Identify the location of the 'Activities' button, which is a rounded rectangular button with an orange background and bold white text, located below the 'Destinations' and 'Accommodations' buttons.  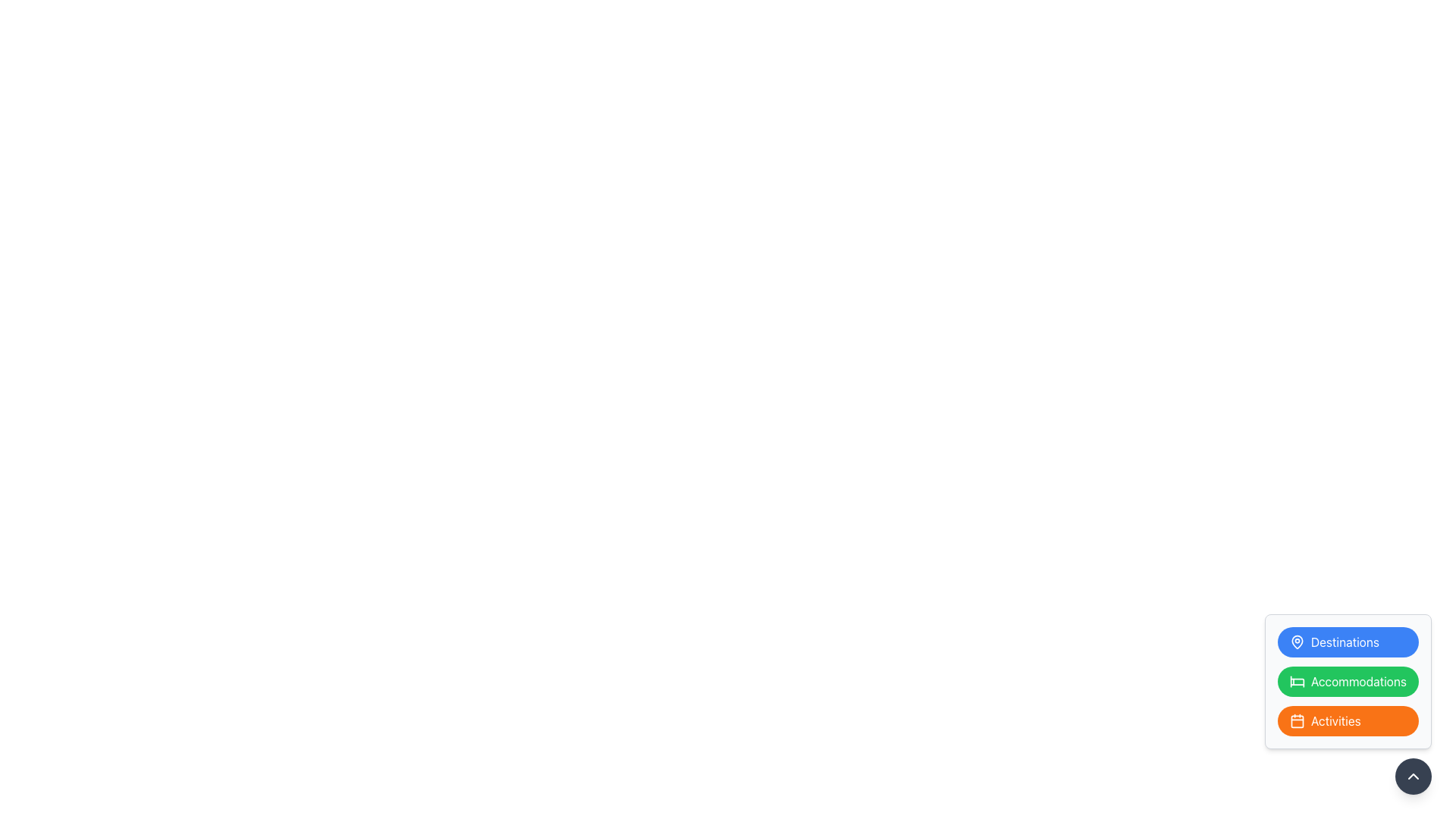
(1348, 720).